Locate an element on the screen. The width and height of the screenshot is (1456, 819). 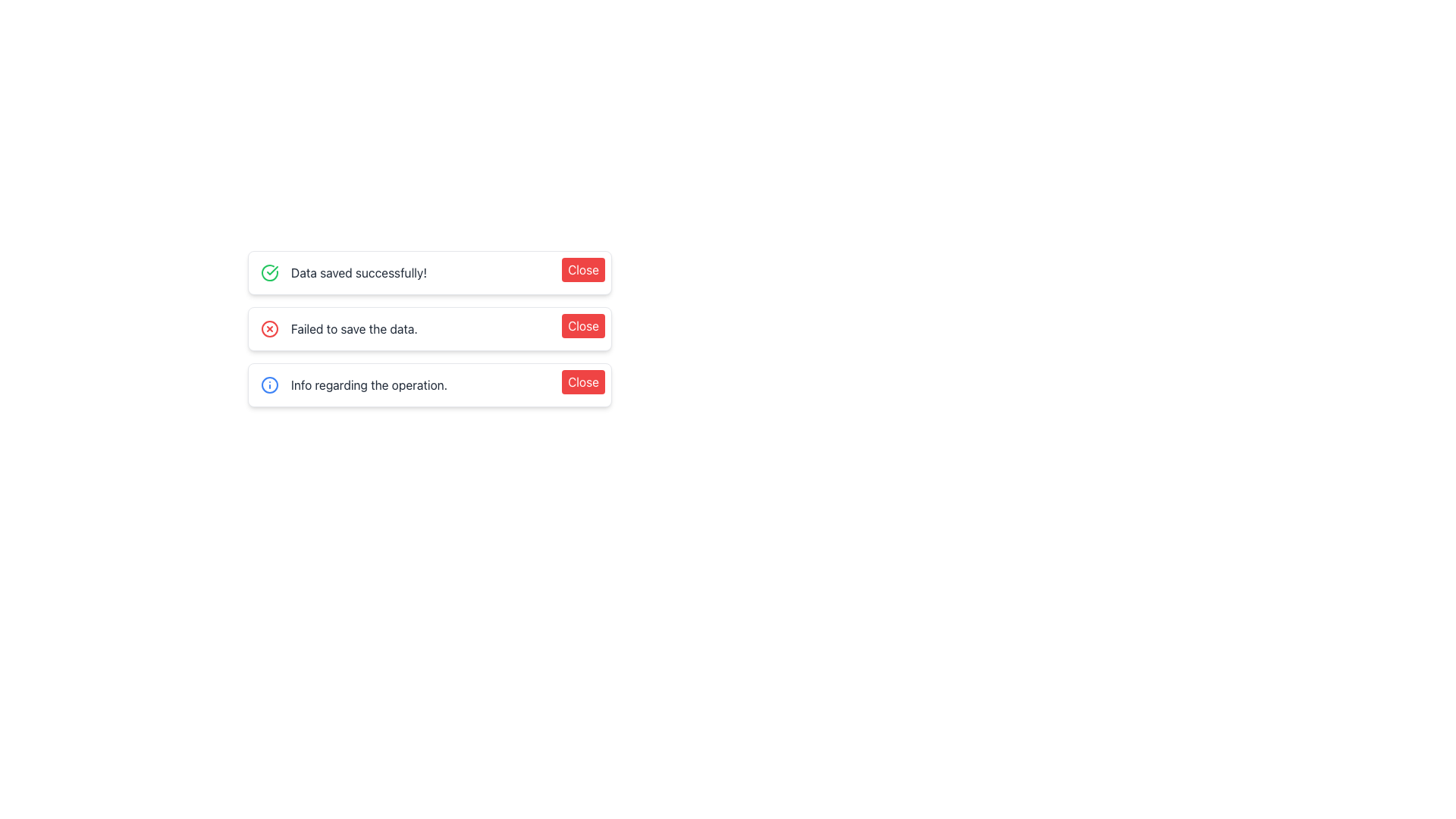
the 'Close' button with bold white text on a bright red background located in the top-right corner of the notification card that reads 'Failed to save the data.' is located at coordinates (582, 325).